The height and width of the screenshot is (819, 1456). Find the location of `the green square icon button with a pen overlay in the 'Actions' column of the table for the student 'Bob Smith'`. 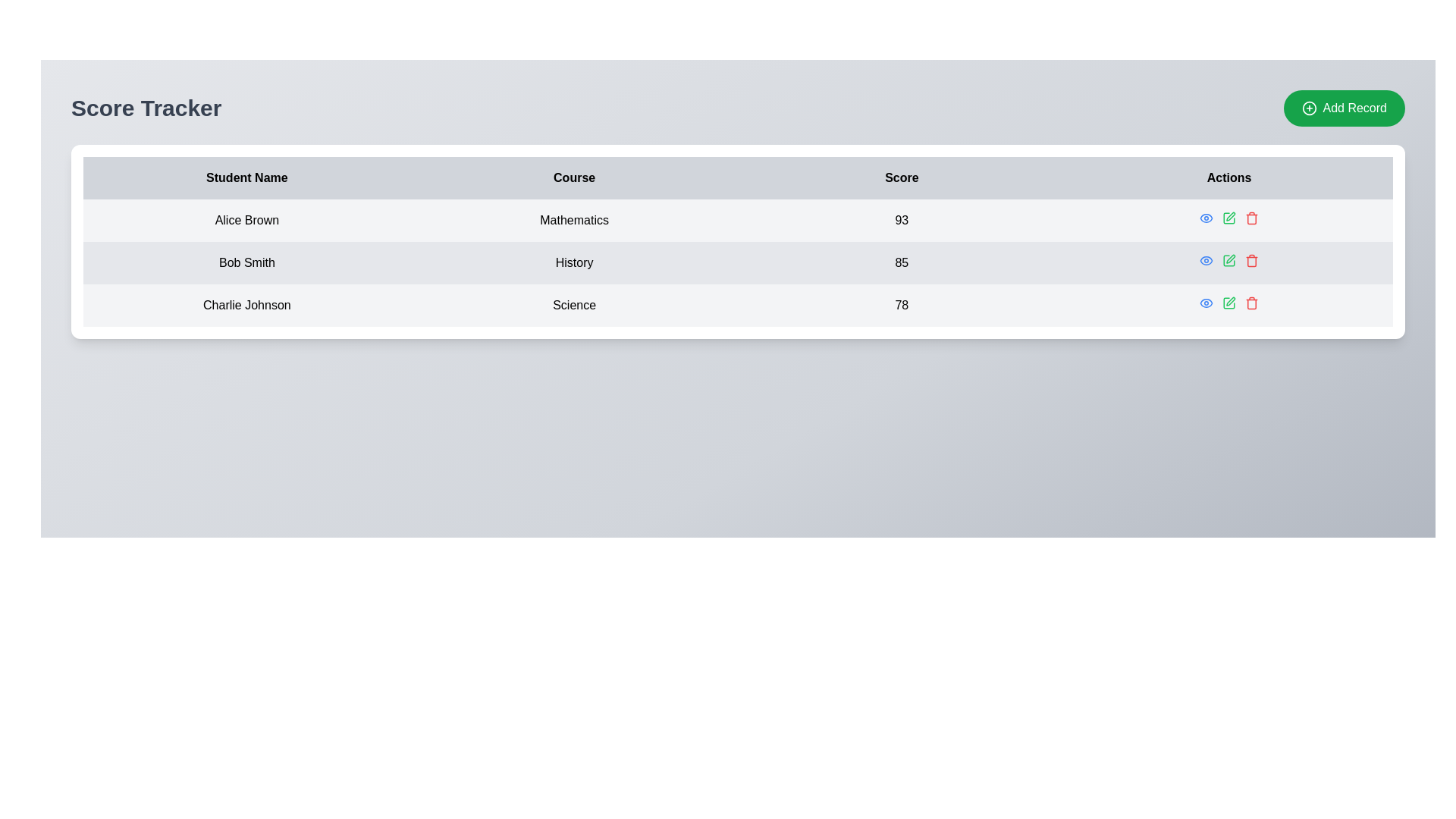

the green square icon button with a pen overlay in the 'Actions' column of the table for the student 'Bob Smith' is located at coordinates (1229, 218).